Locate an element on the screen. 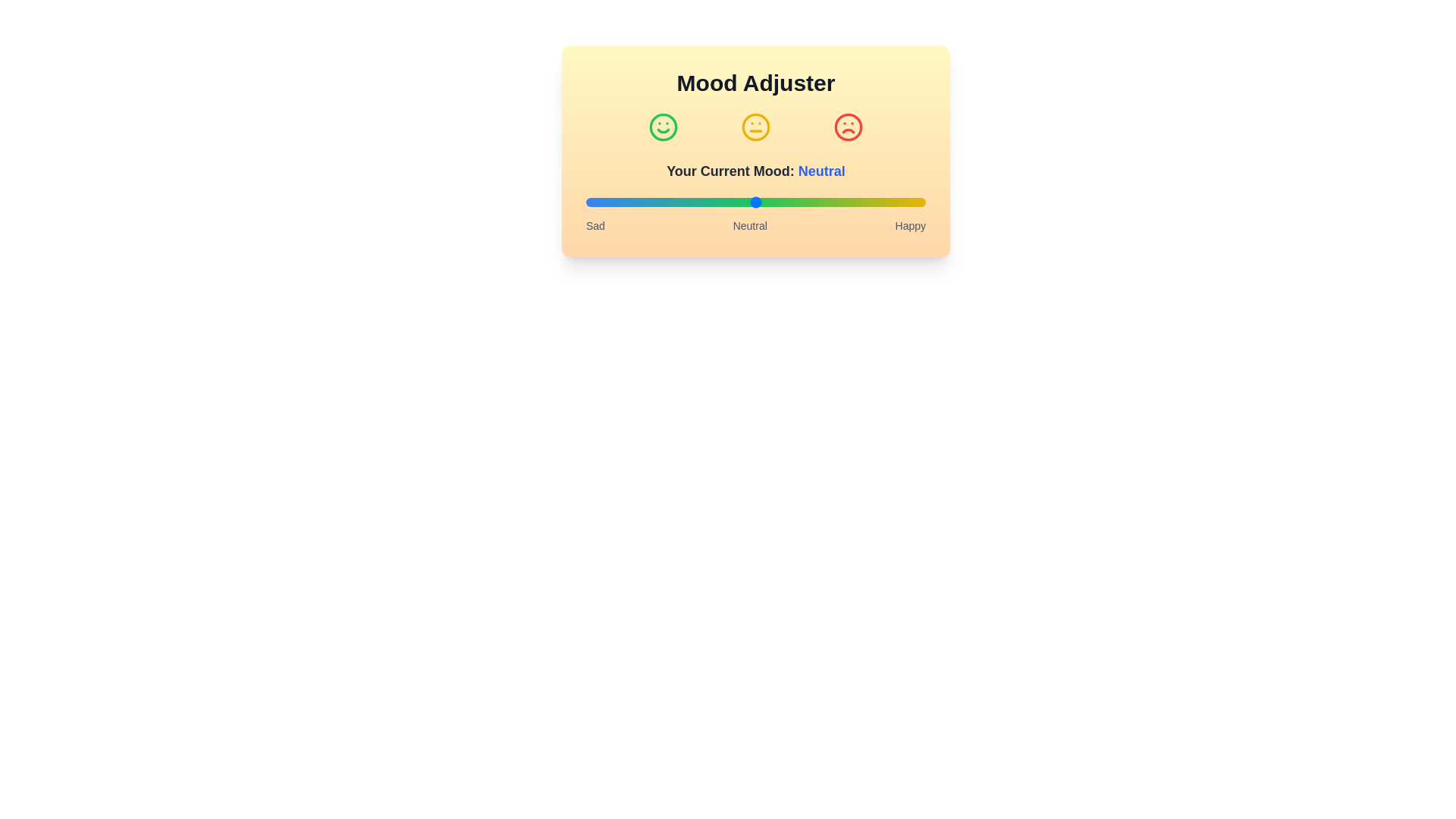 The width and height of the screenshot is (1456, 819). the mood slider to set the mood to 77% is located at coordinates (847, 201).